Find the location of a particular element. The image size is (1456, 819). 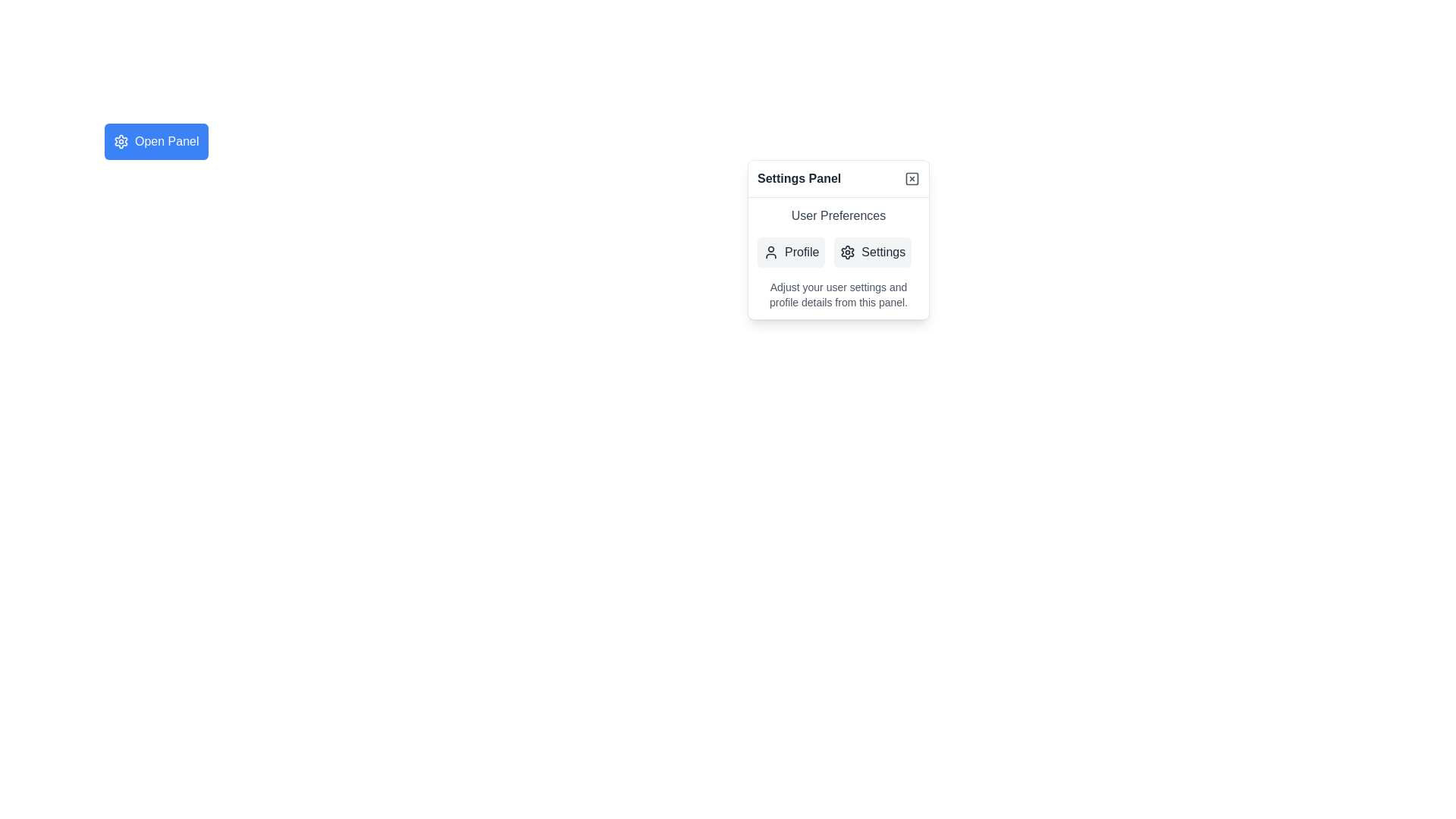

the static descriptive text at the bottom of the settings panel, which is styled in gray (#gray-600) and has a small font size (text-sm) is located at coordinates (837, 295).